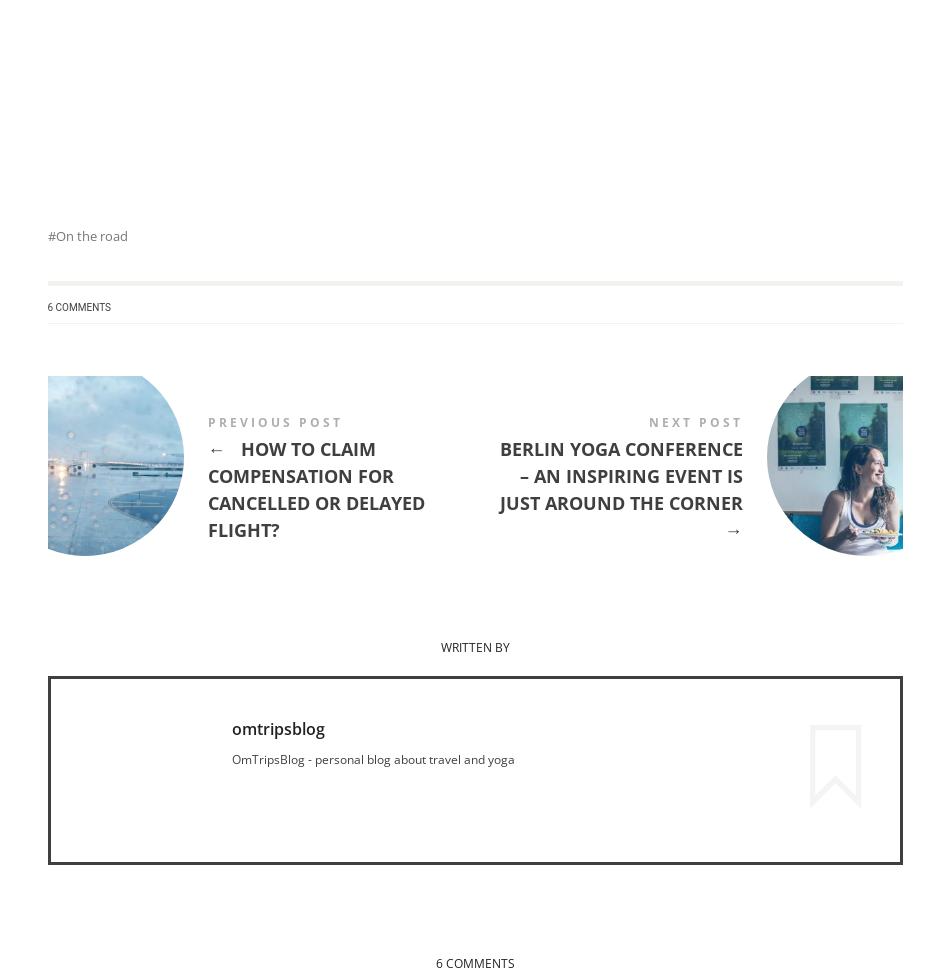 This screenshot has height=972, width=950. Describe the element at coordinates (371, 757) in the screenshot. I see `'OmTripsBlog - personal blog about travel and yoga'` at that location.